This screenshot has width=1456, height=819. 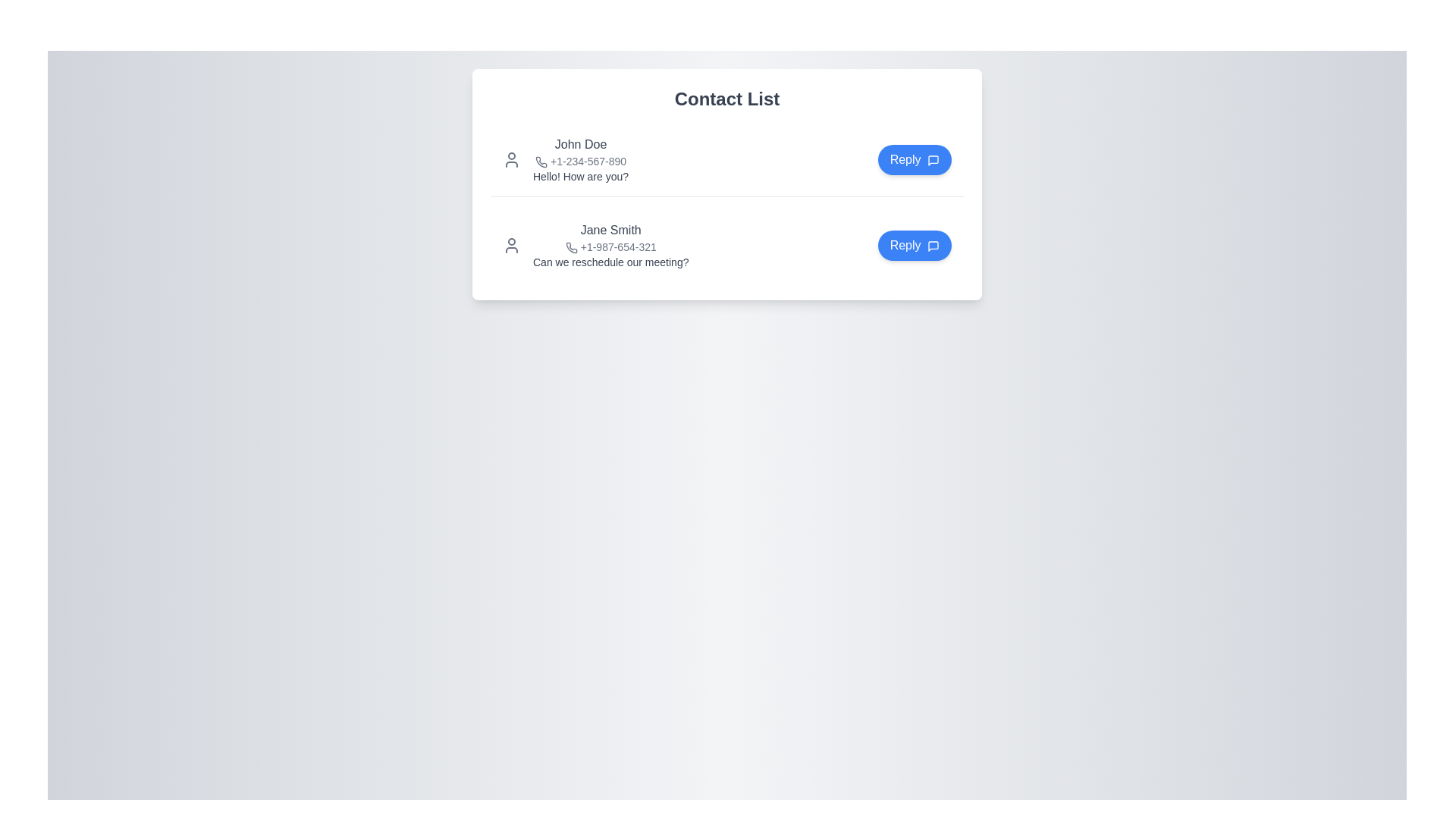 I want to click on the phone number '+1-987-654-321' which is styled in light gray font and located in the contact list, following 'Jane Smith' and above the message about rescheduling the meeting, to initiate a call, so click(x=610, y=246).